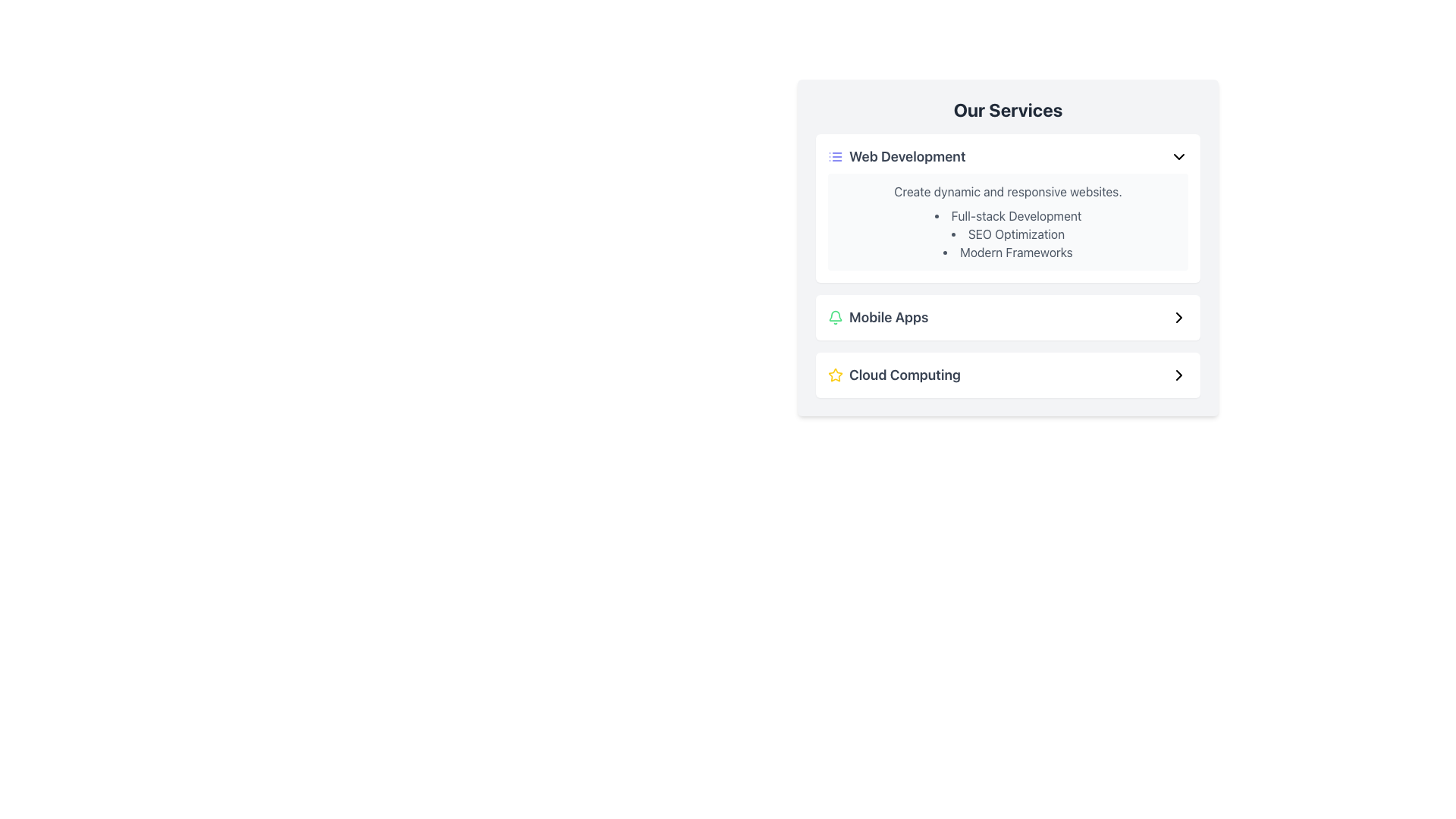 The width and height of the screenshot is (1456, 819). What do you see at coordinates (1008, 191) in the screenshot?
I see `the textual segment displaying 'Create dynamic and responsive websites.' located beneath the 'Web Development' header in the 'Our Services' module` at bounding box center [1008, 191].